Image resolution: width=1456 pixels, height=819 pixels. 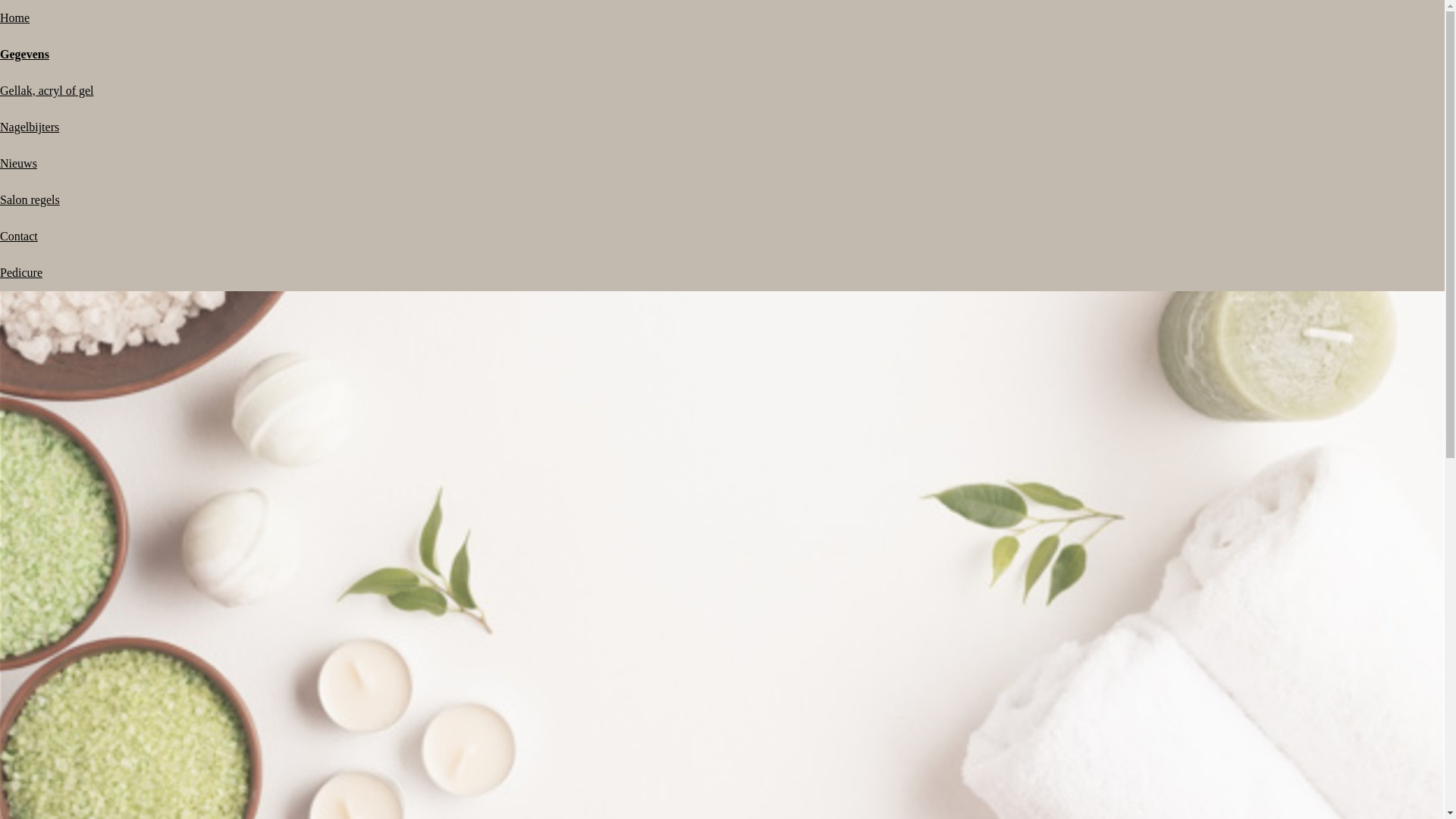 What do you see at coordinates (0, 90) in the screenshot?
I see `'Gellak, acryl of gel'` at bounding box center [0, 90].